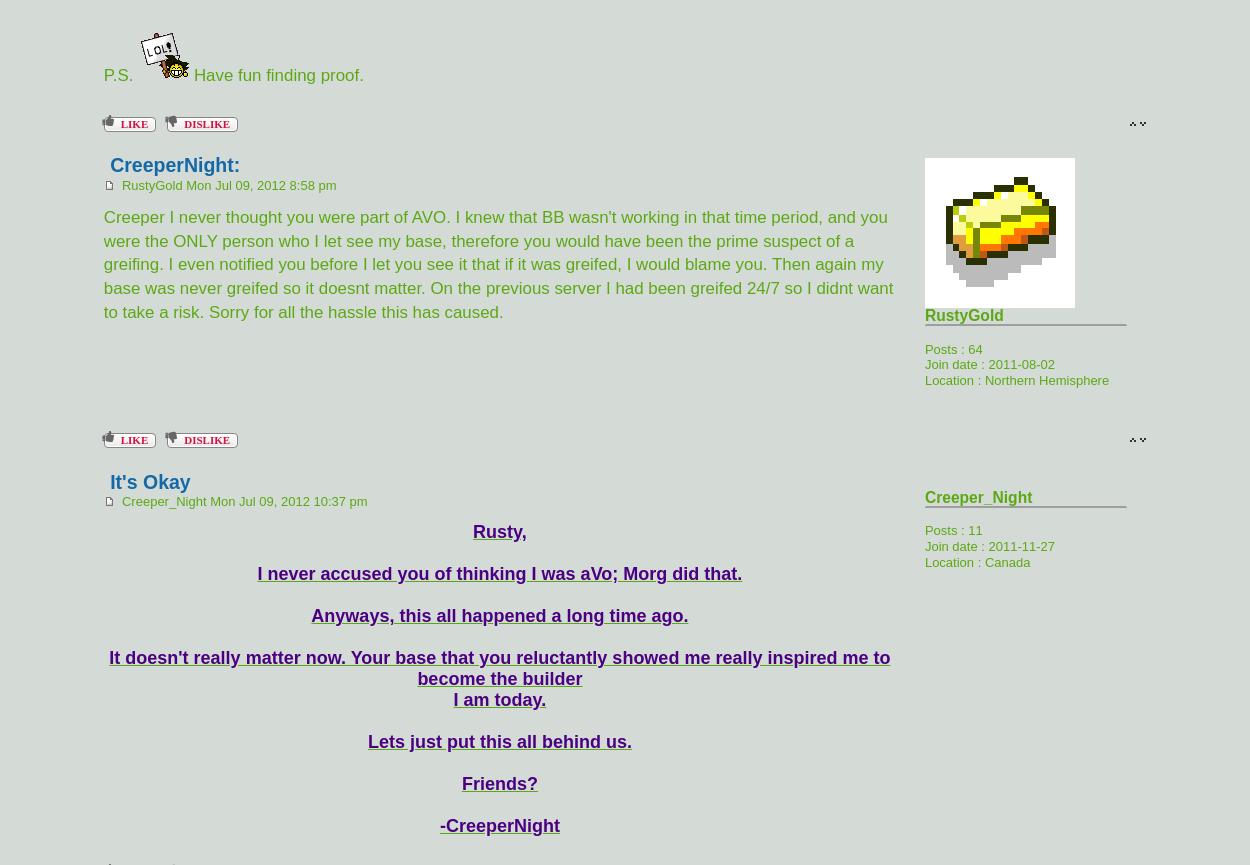 This screenshot has width=1250, height=865. What do you see at coordinates (974, 529) in the screenshot?
I see `'11'` at bounding box center [974, 529].